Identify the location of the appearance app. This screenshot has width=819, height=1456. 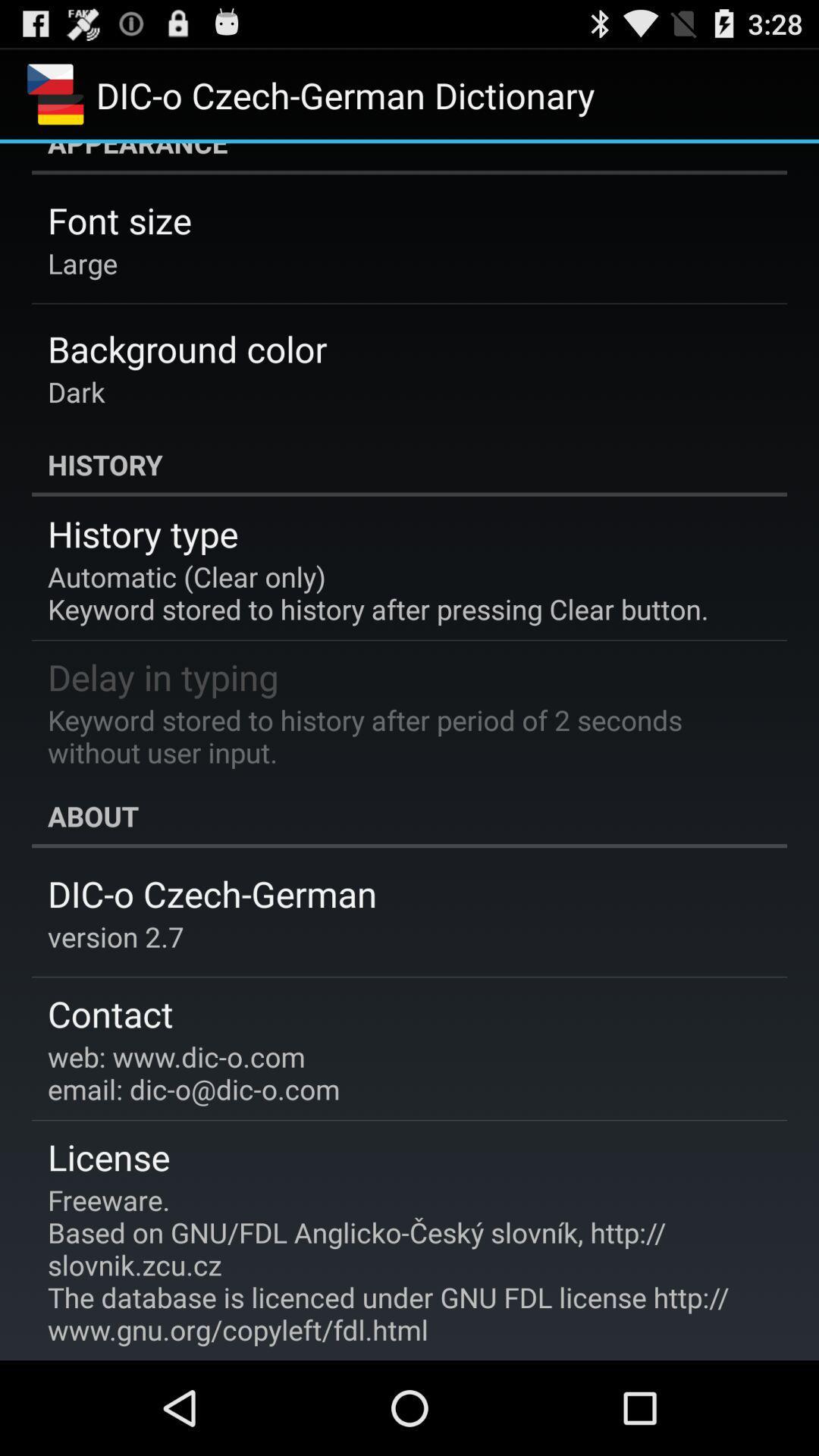
(409, 158).